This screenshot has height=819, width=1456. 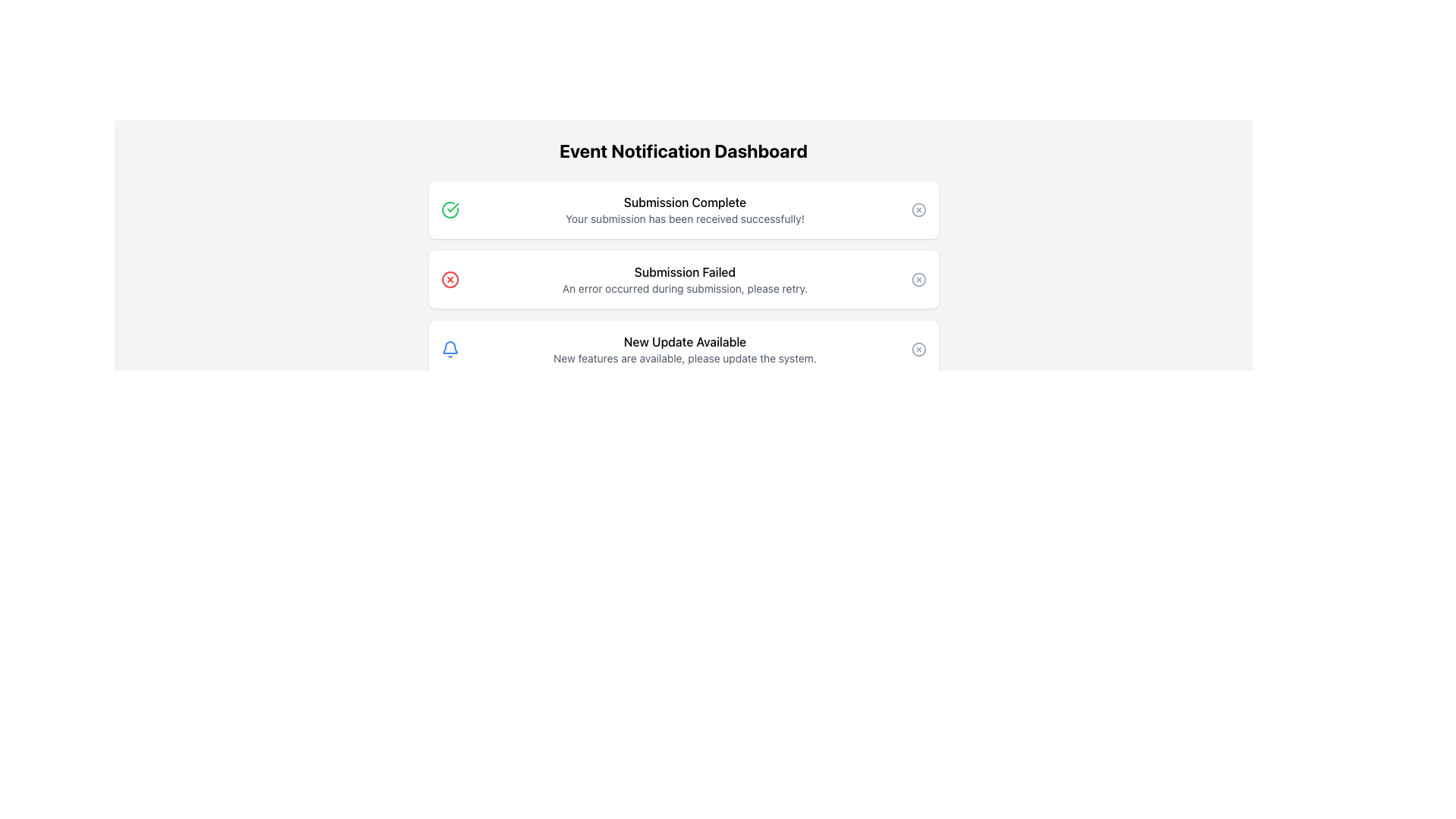 I want to click on the Text Display that indicates successful submission, located in the notification card at the top of the Event Notification Dashboard, so click(x=684, y=210).